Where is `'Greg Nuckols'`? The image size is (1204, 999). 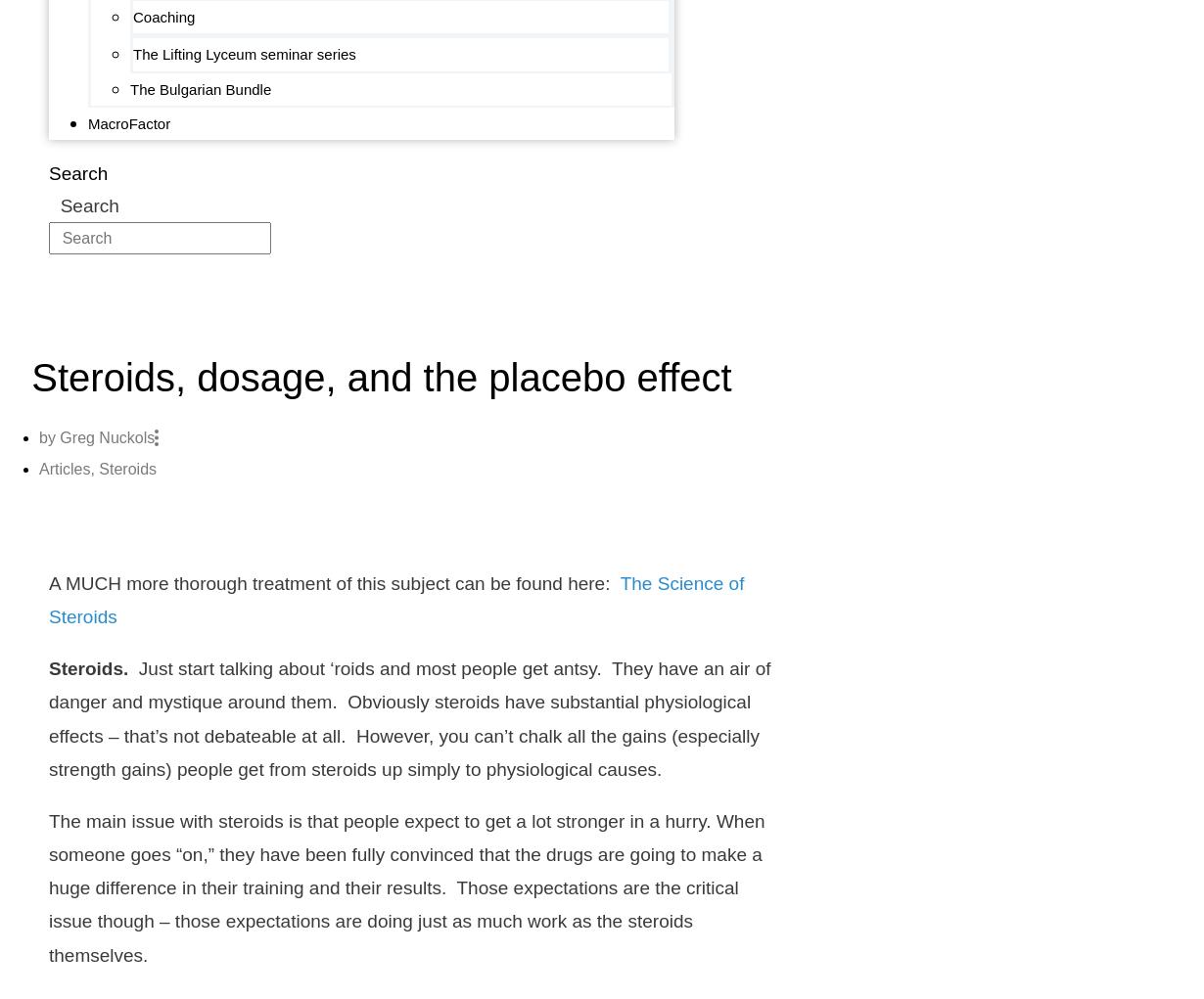
'Greg Nuckols' is located at coordinates (105, 437).